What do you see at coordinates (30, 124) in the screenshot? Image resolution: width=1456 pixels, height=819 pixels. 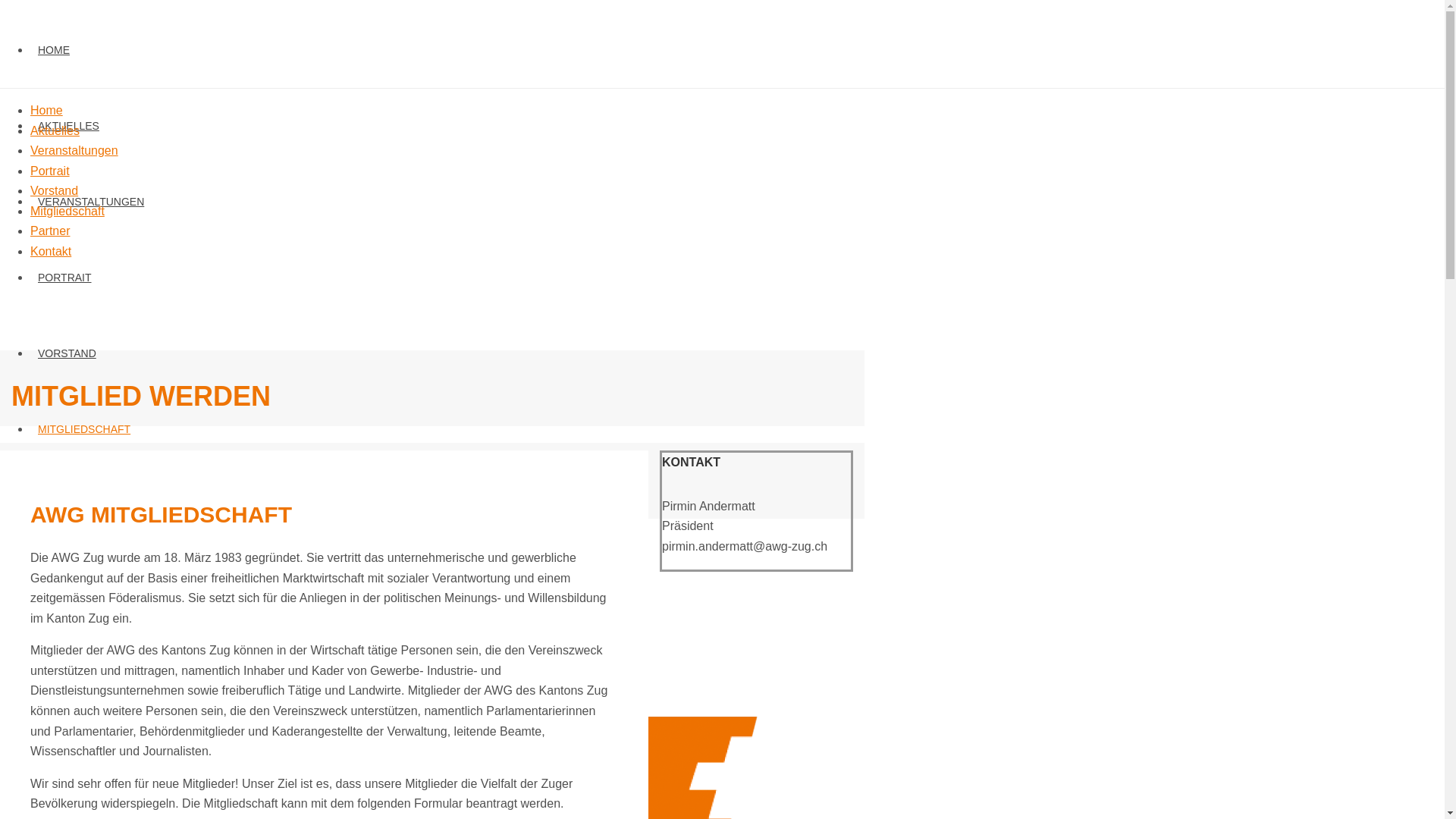 I see `'AKTUELLES'` at bounding box center [30, 124].